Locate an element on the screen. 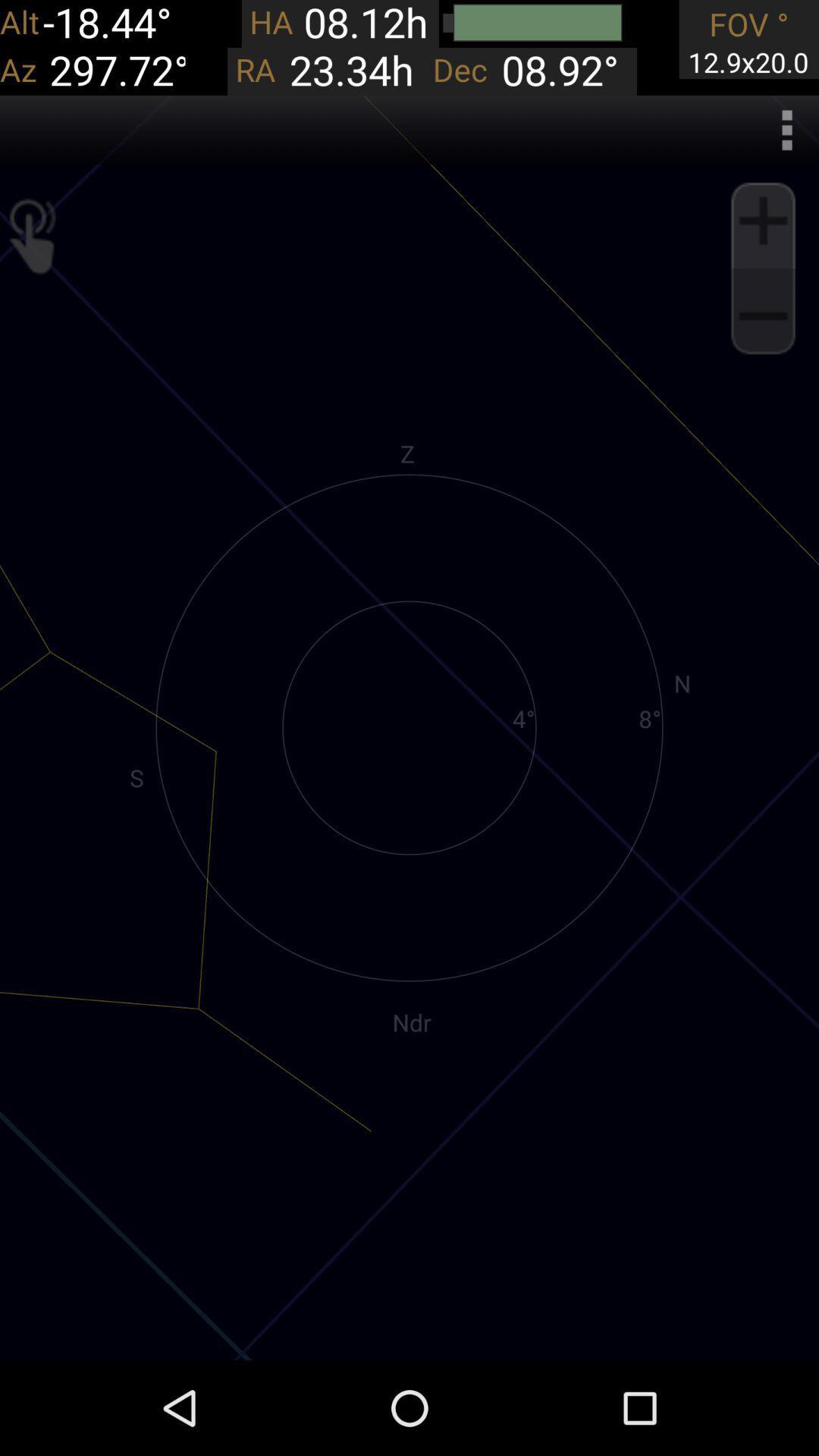 The height and width of the screenshot is (1456, 819). zoom out button is located at coordinates (763, 315).